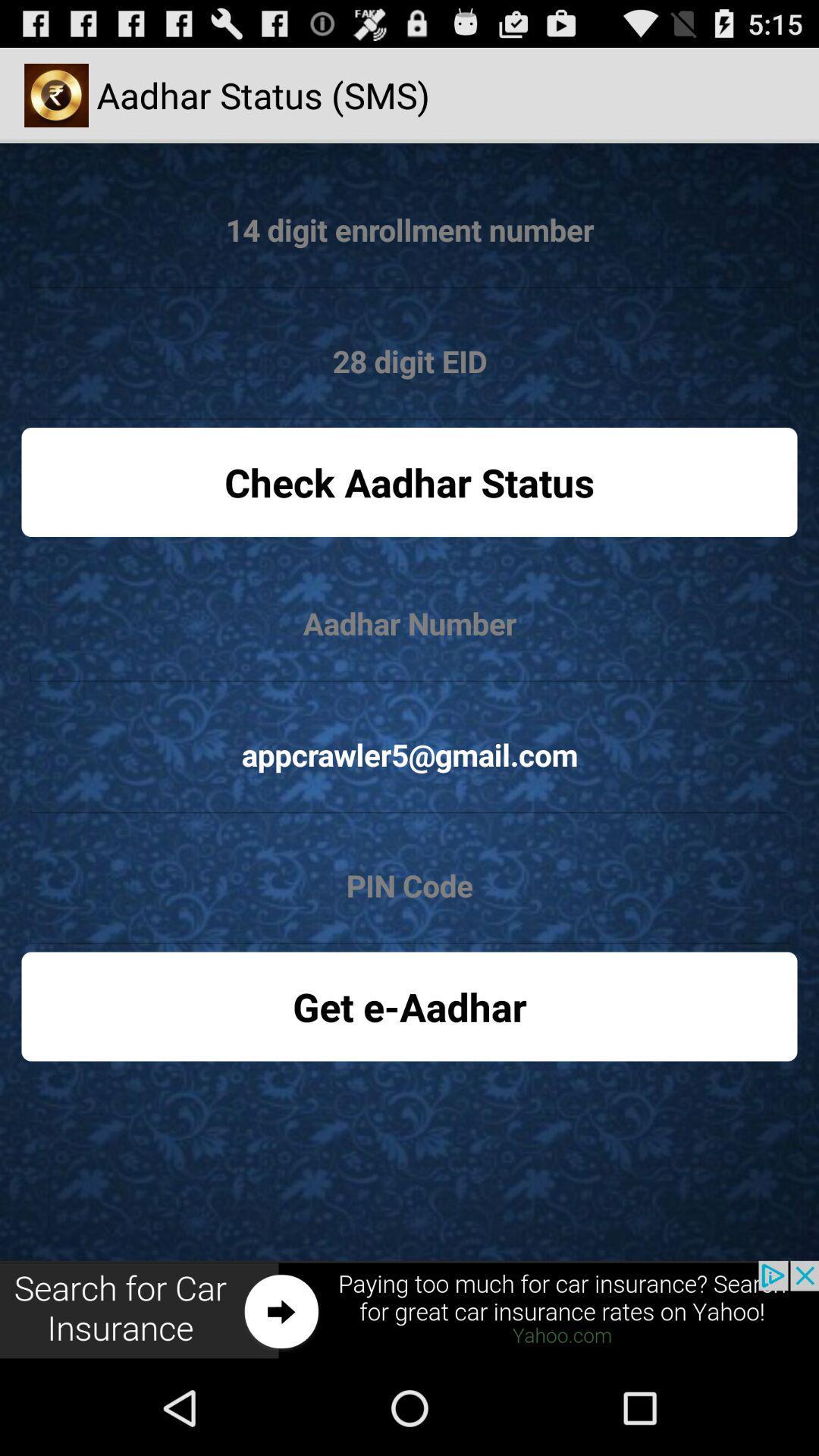 The width and height of the screenshot is (819, 1456). Describe the element at coordinates (409, 886) in the screenshot. I see `pin code` at that location.